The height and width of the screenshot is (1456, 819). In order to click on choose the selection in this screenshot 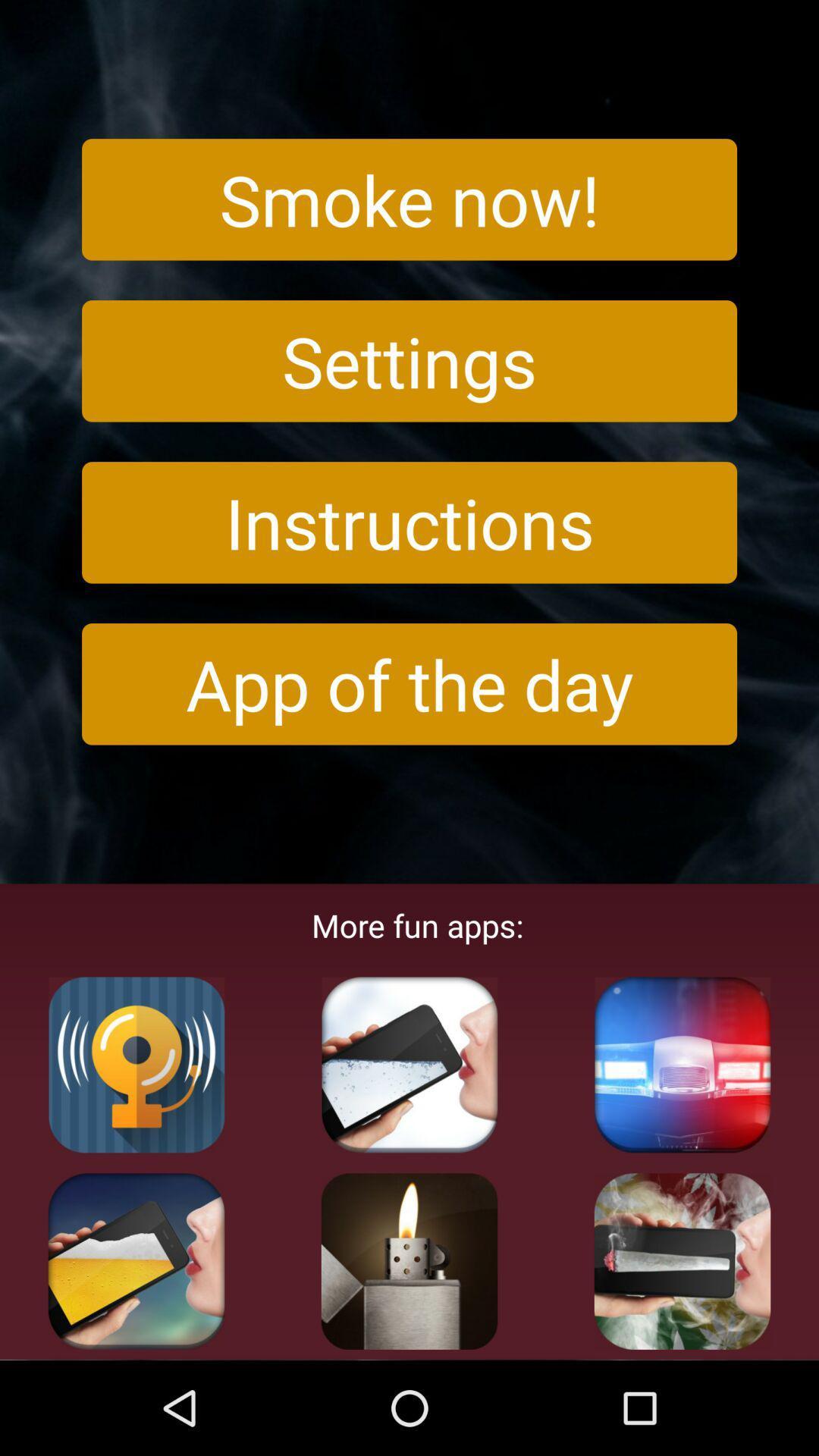, I will do `click(409, 1261)`.